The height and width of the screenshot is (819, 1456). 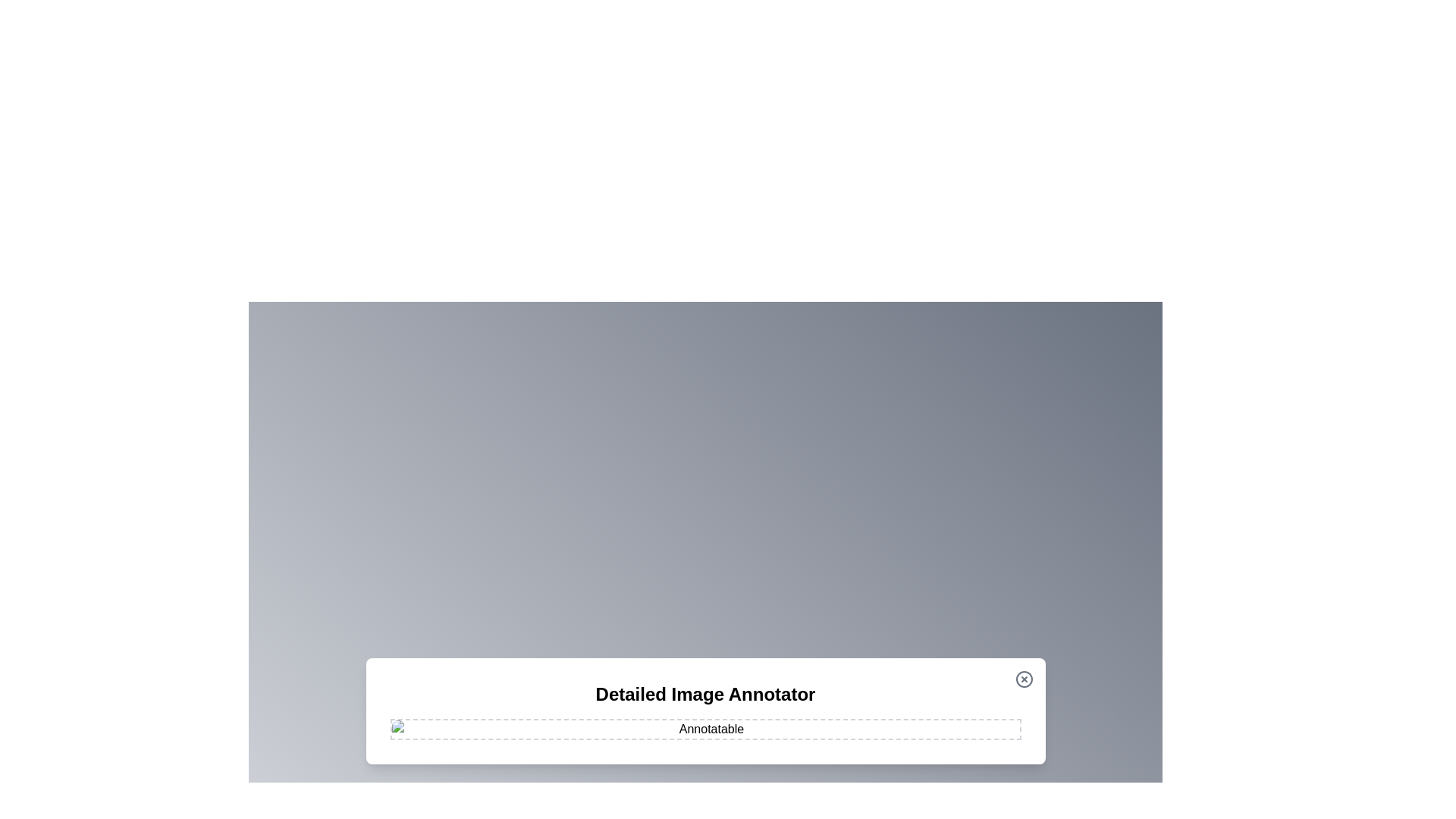 What do you see at coordinates (811, 736) in the screenshot?
I see `the image at coordinates (1070, 973) to add an annotation` at bounding box center [811, 736].